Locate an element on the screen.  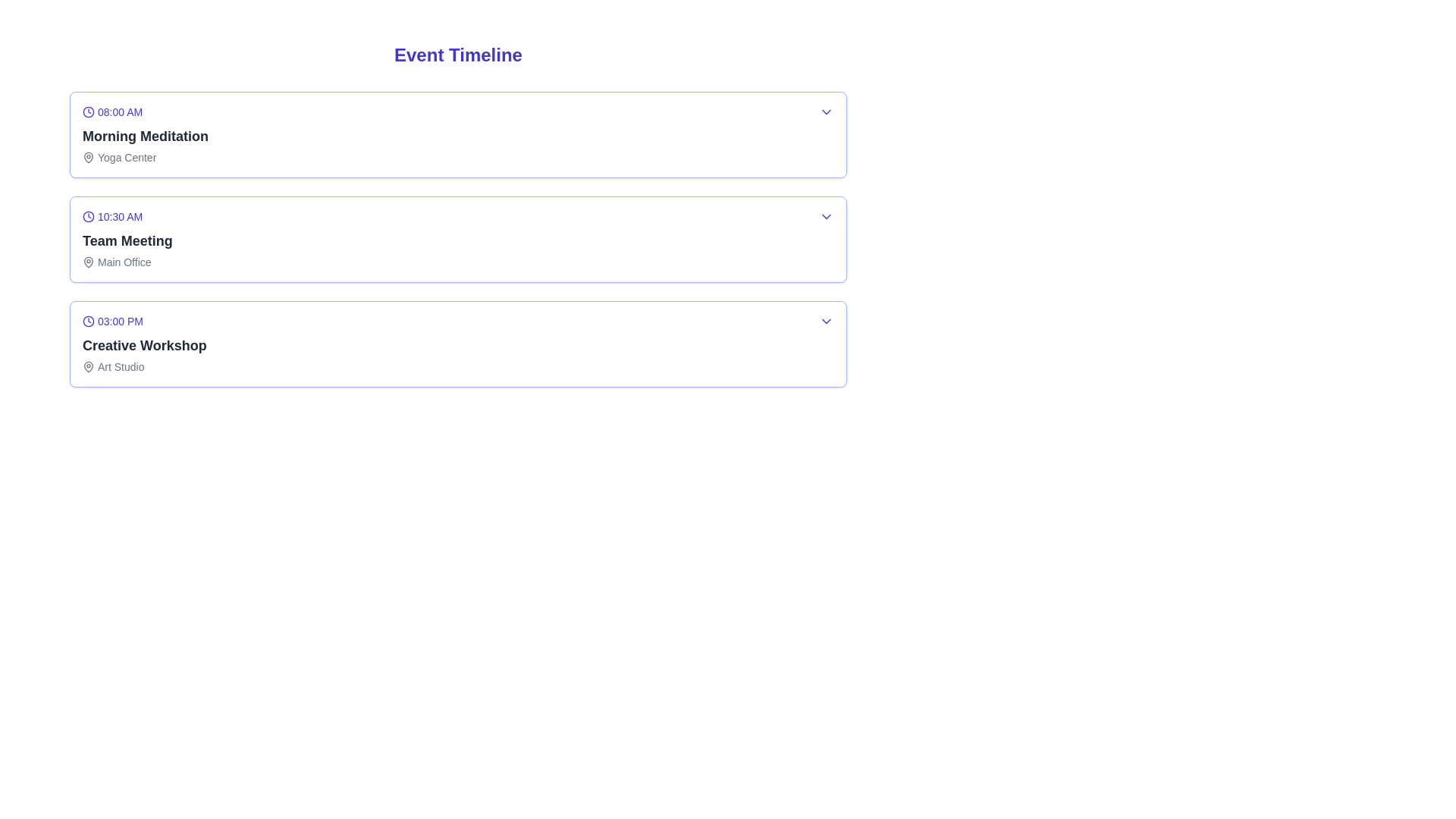
the location indication icon that visually complements the text 'Main Office' in the second list item of the timeline display for the event 'Team Meeting.' is located at coordinates (87, 260).